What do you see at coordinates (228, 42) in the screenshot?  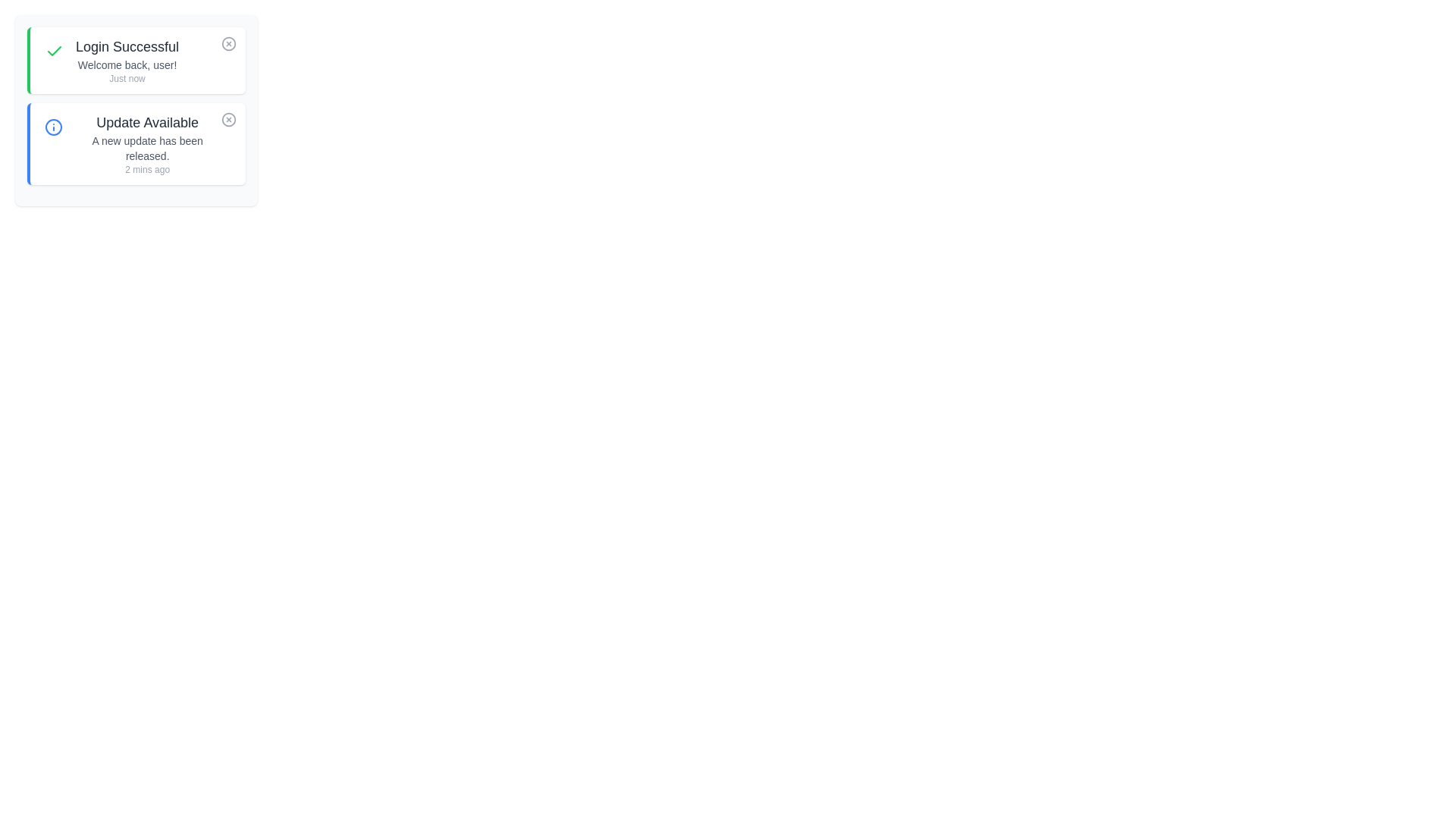 I see `the close button with a central 'X' symbol located in the top-right corner of the 'Login Successful' notification card` at bounding box center [228, 42].